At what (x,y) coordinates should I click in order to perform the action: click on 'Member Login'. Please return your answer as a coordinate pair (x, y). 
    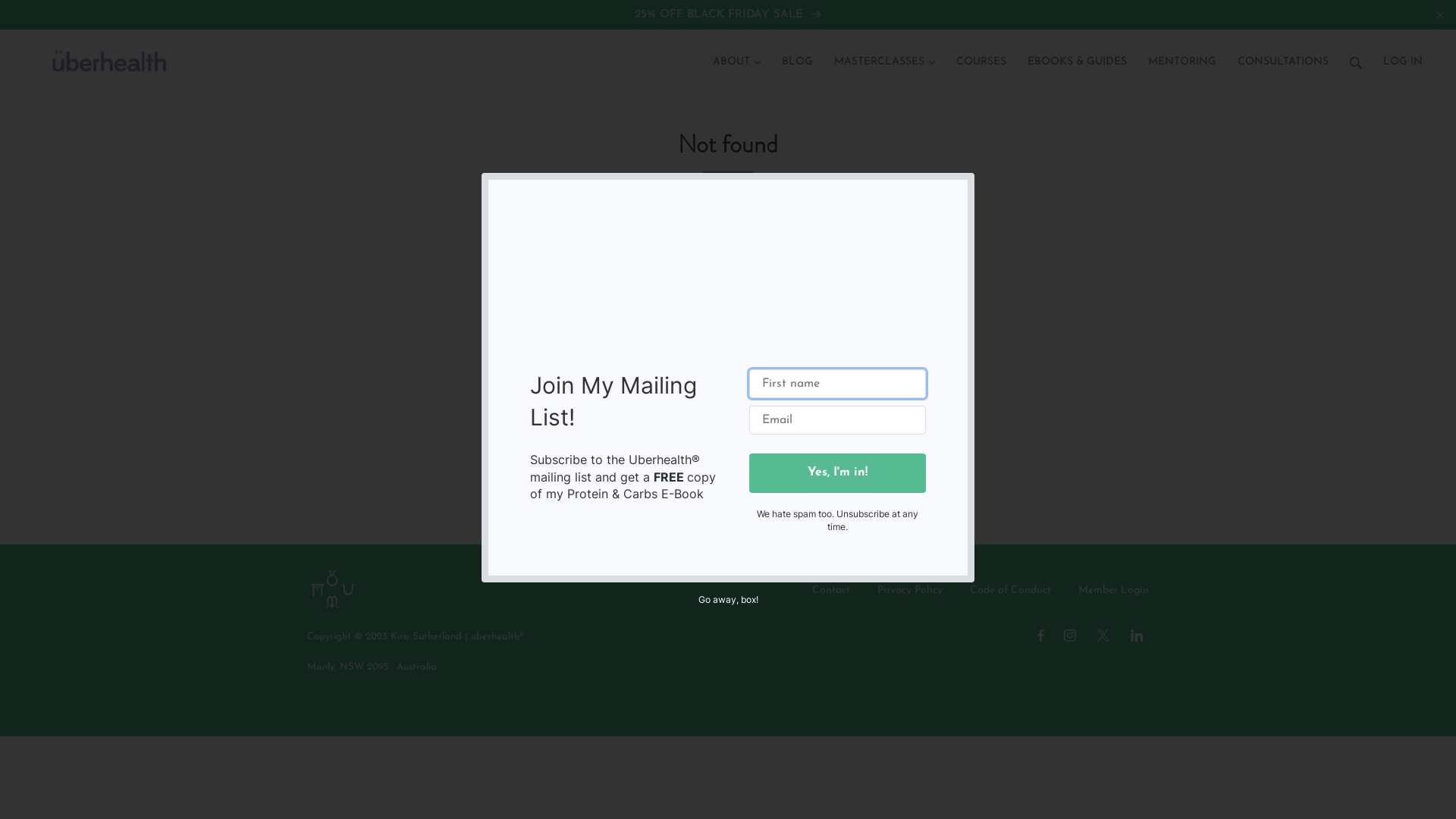
    Looking at the image, I should click on (1113, 590).